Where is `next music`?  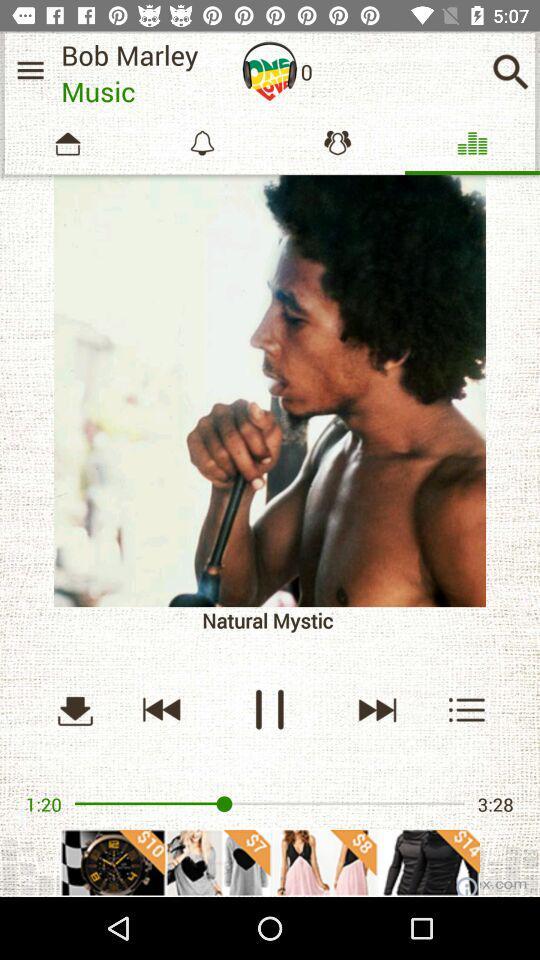
next music is located at coordinates (376, 709).